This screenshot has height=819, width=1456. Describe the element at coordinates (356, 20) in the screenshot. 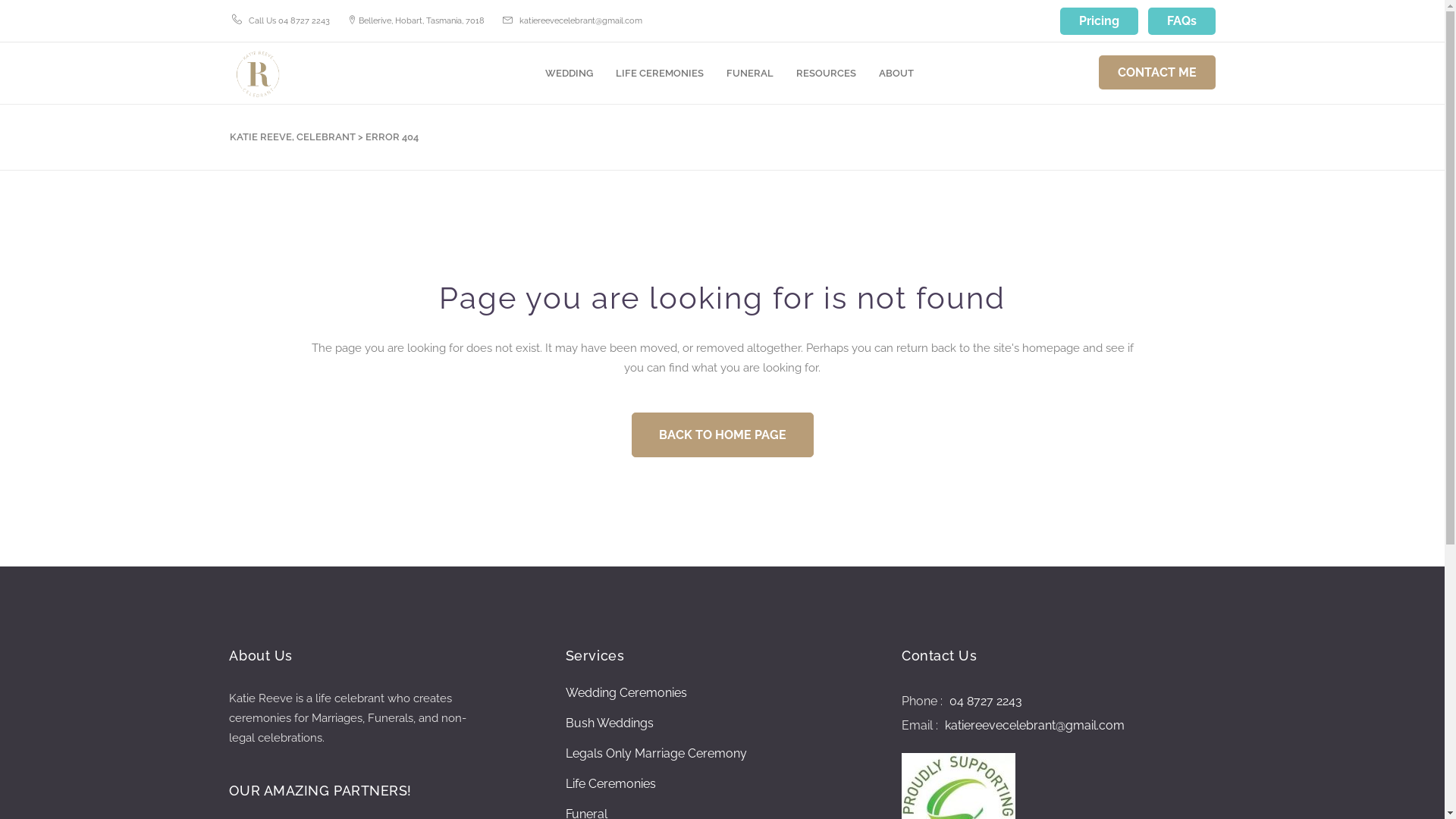

I see `'Bellerive, Hobart, Tasmania, 7018'` at that location.